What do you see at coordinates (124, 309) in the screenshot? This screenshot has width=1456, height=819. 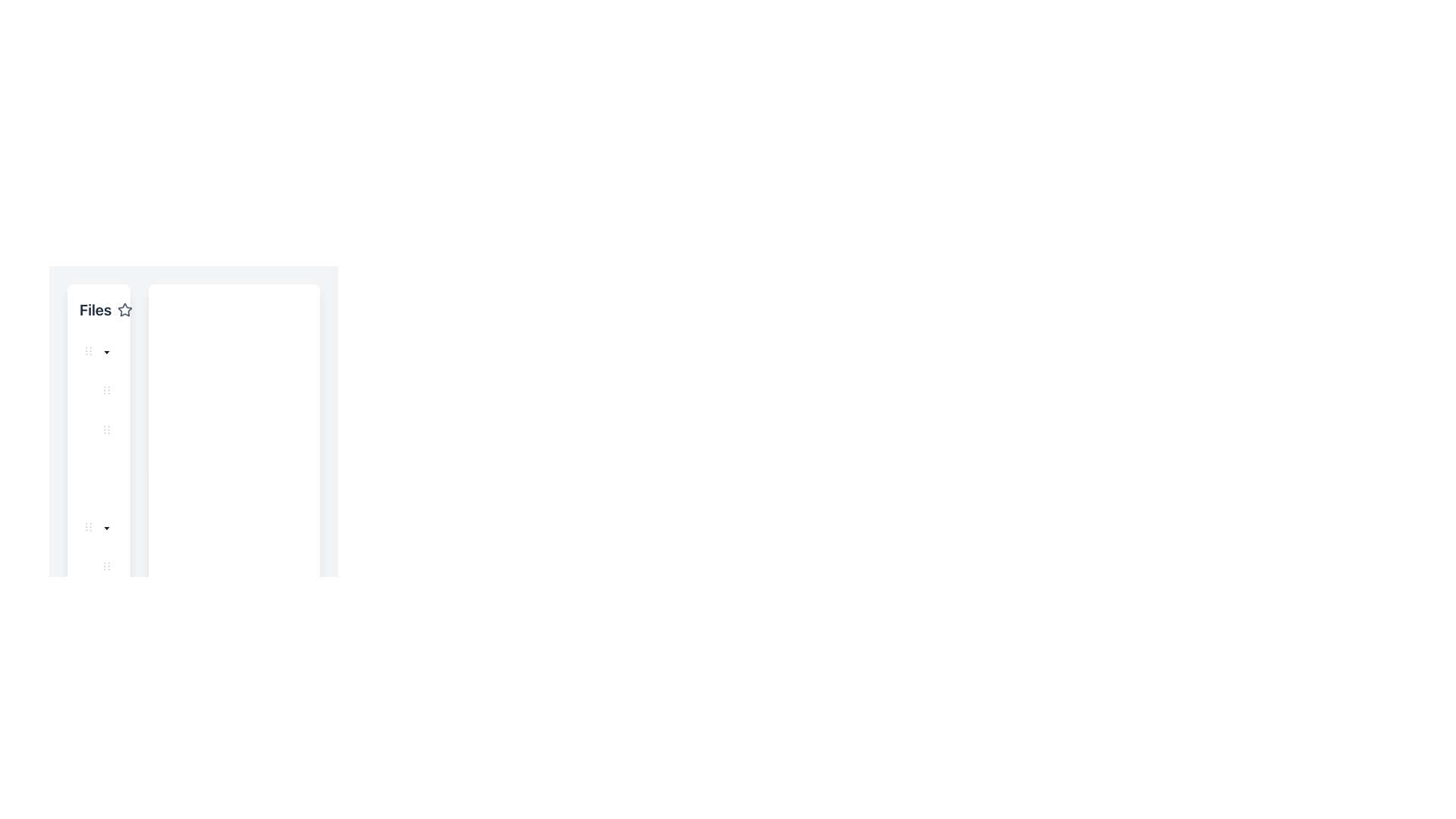 I see `the star-shaped button located in the vertical toolbar on the left side, which has a gray outline and white background` at bounding box center [124, 309].